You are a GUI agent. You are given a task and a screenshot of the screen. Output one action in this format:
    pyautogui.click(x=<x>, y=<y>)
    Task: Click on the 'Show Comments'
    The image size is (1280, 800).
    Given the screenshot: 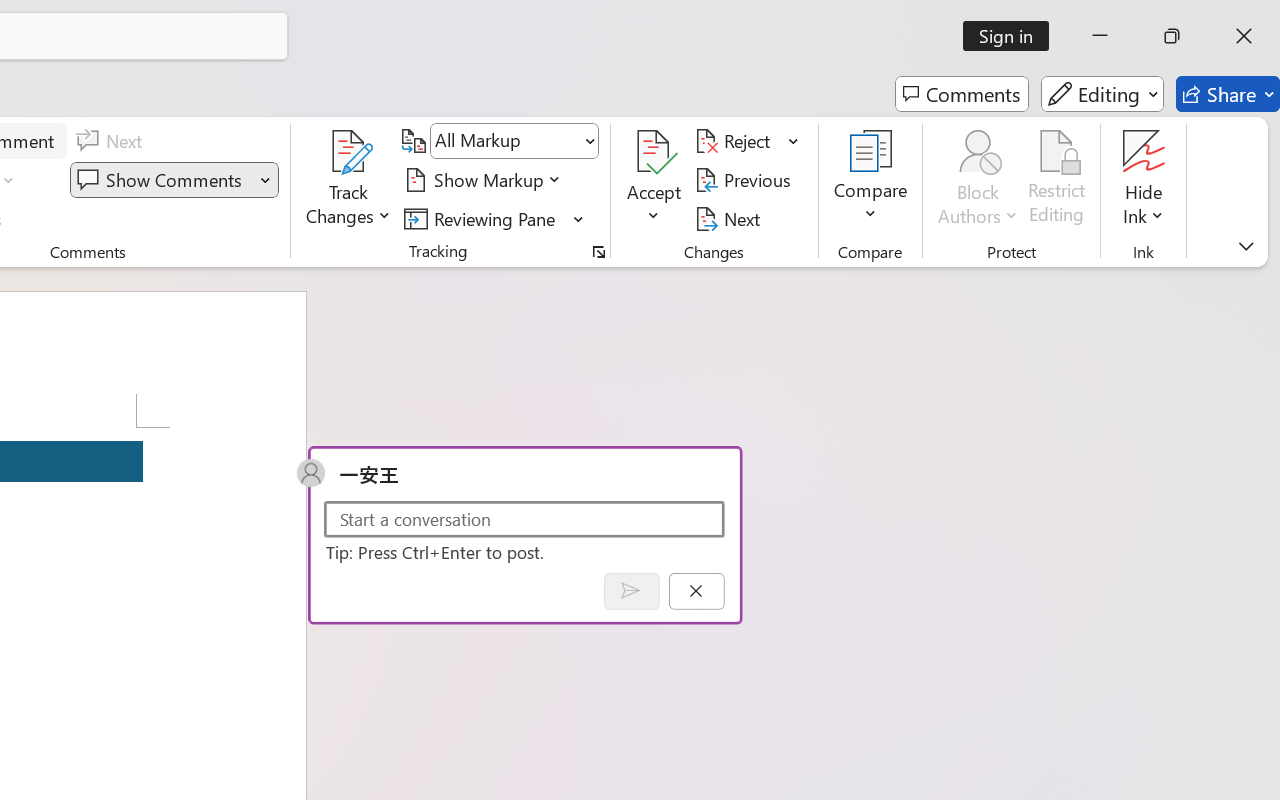 What is the action you would take?
    pyautogui.click(x=162, y=179)
    